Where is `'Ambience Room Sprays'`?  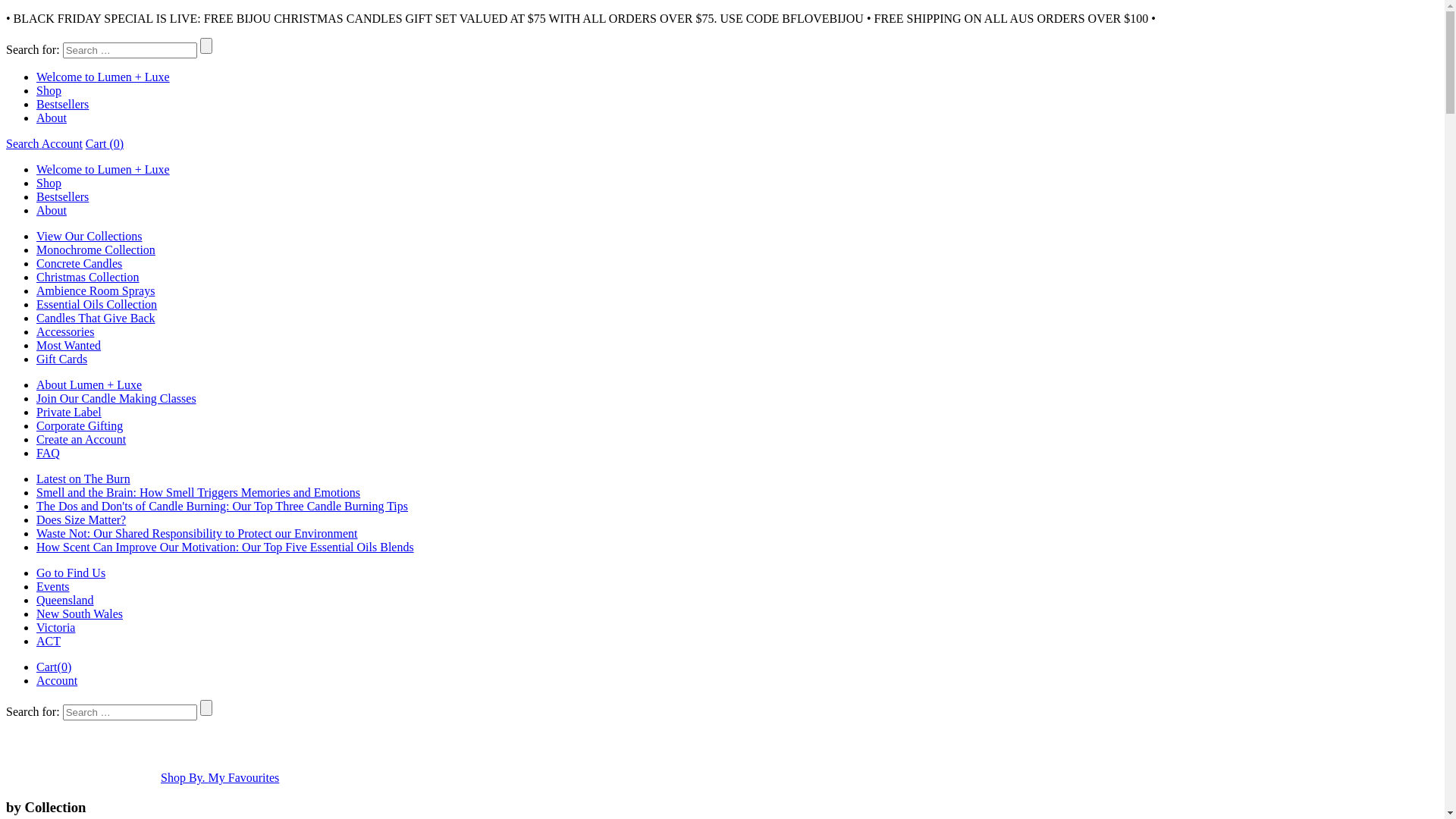
'Ambience Room Sprays' is located at coordinates (36, 290).